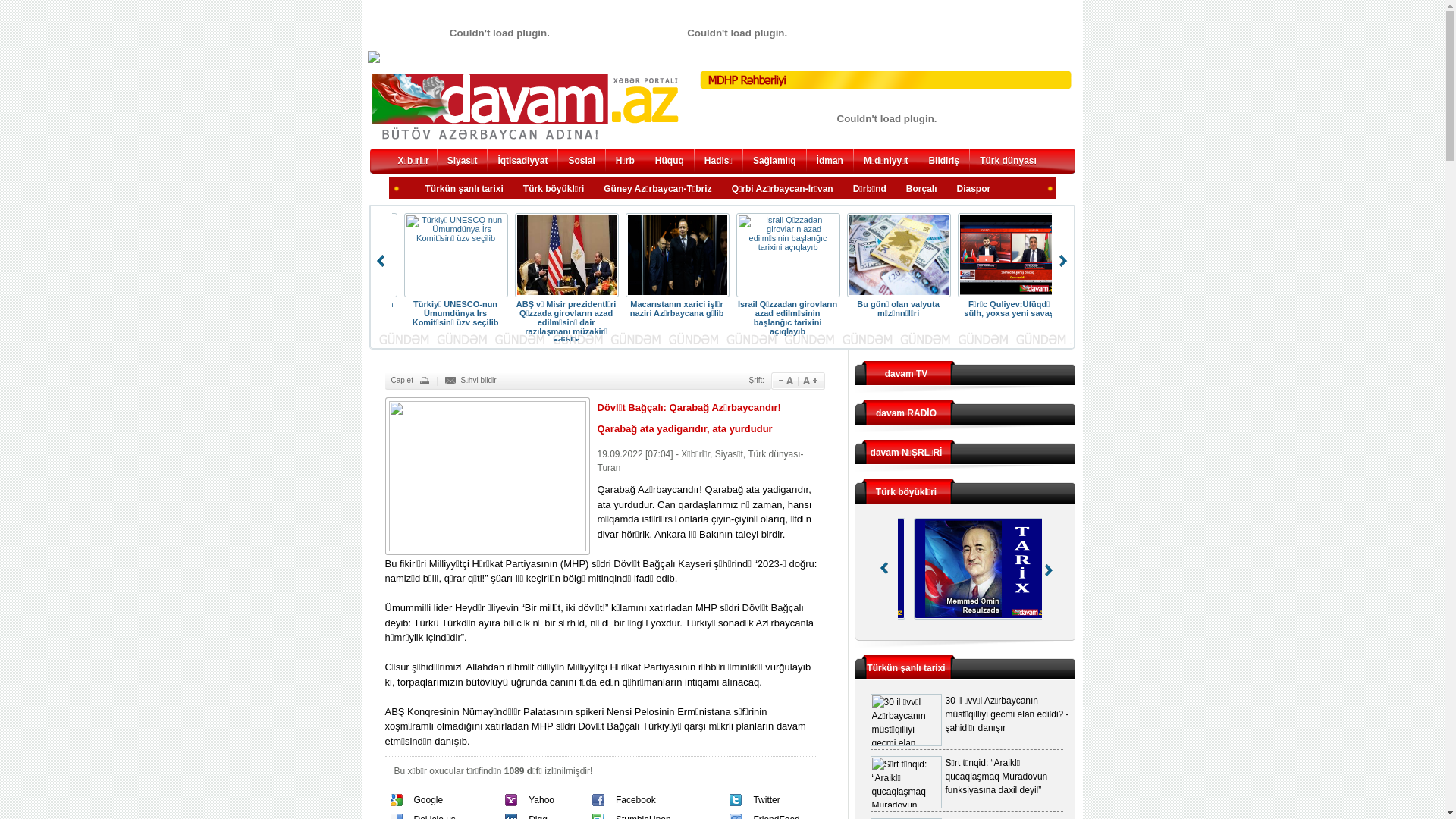 The width and height of the screenshot is (1456, 819). Describe the element at coordinates (580, 162) in the screenshot. I see `'Sosial'` at that location.